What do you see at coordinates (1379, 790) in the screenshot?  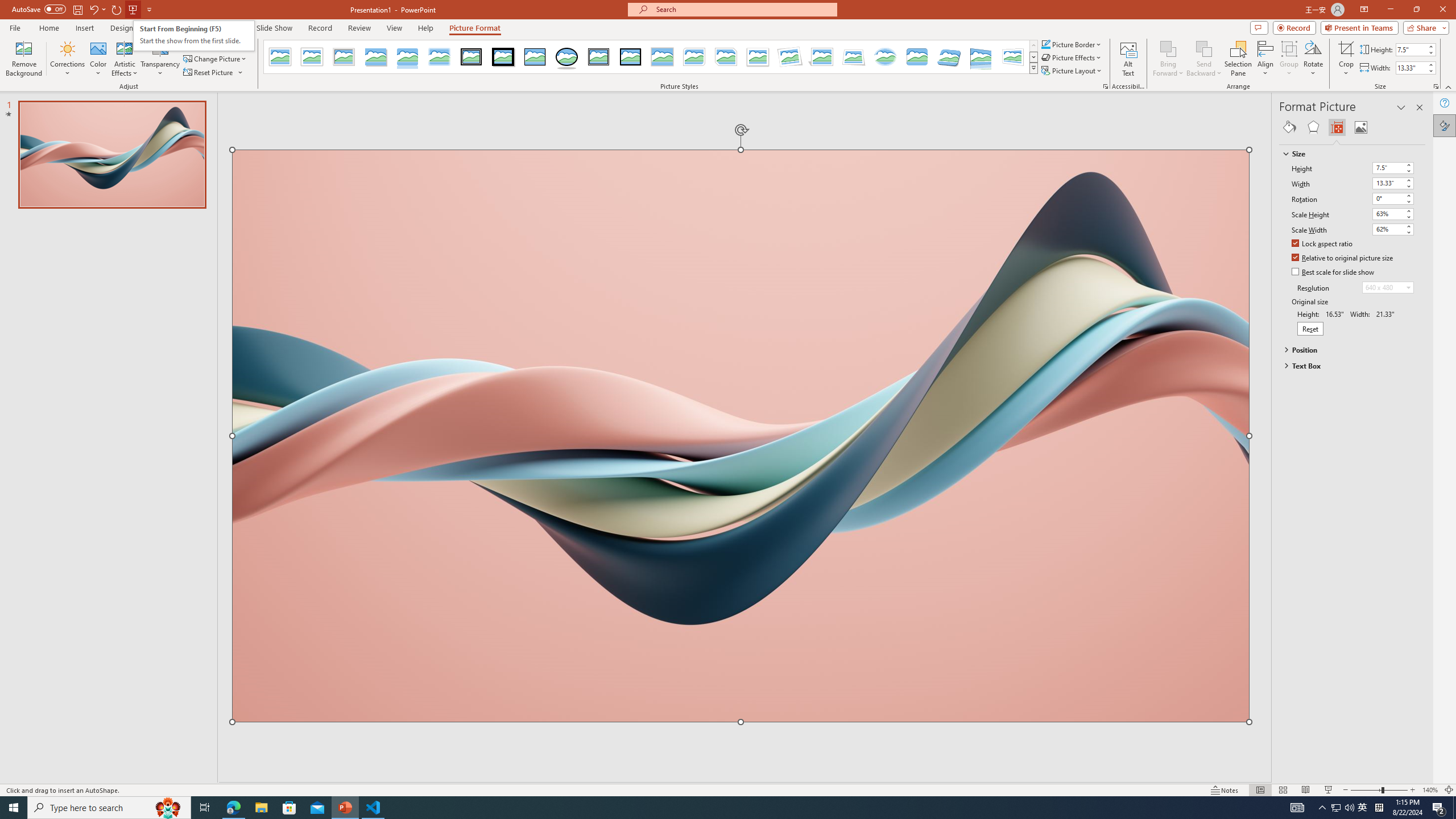 I see `'Zoom'` at bounding box center [1379, 790].